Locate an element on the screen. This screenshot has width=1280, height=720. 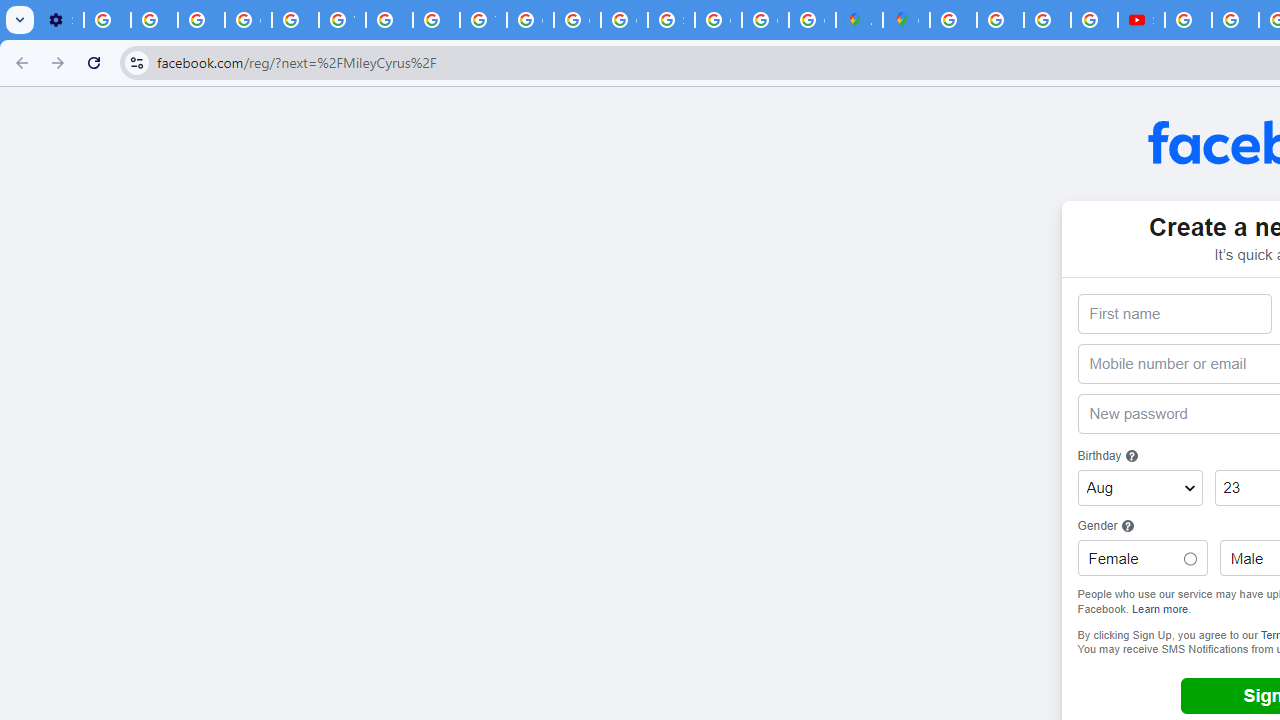
'View site information' is located at coordinates (135, 61).